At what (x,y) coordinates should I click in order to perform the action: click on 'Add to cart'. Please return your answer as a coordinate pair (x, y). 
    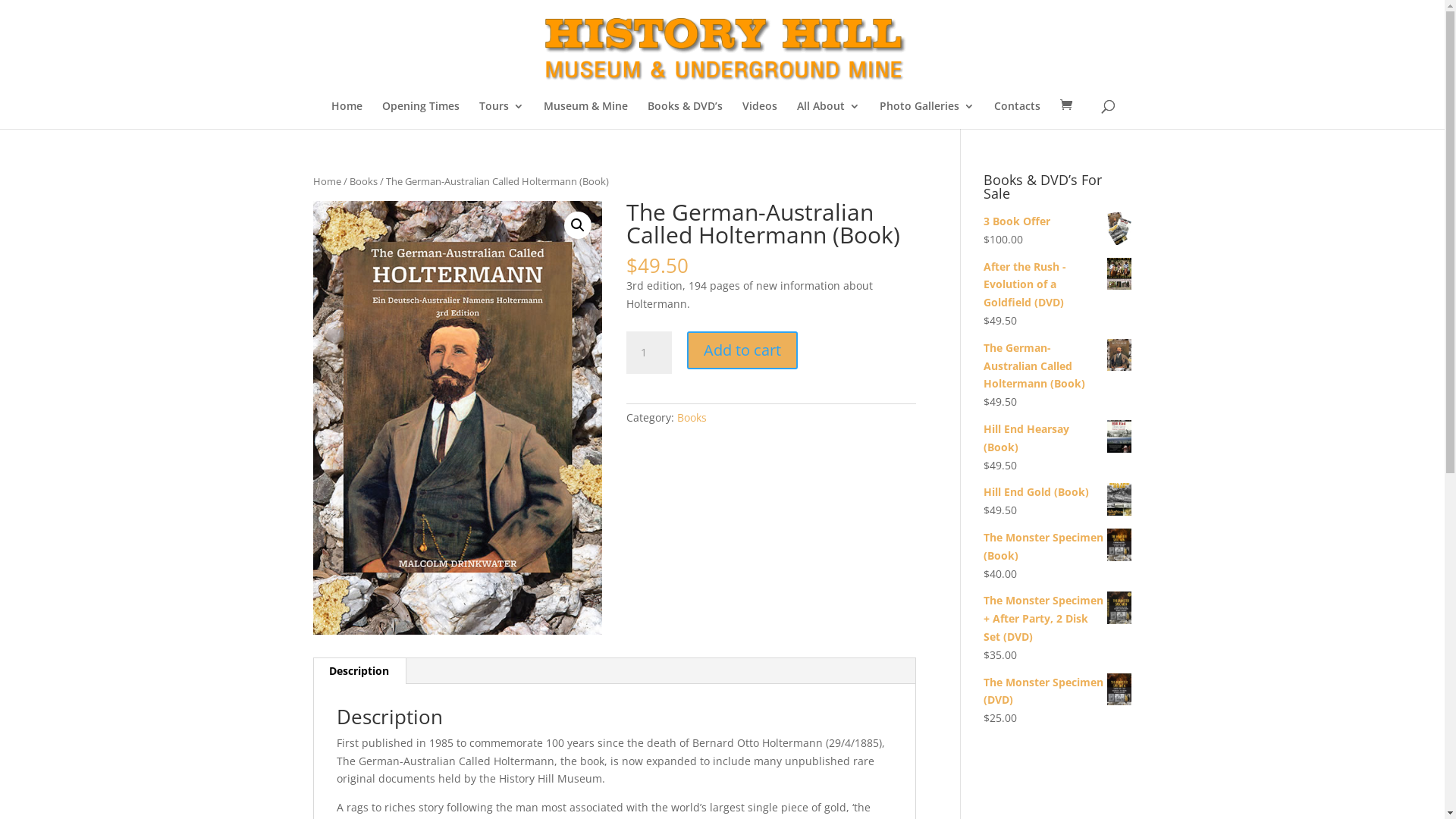
    Looking at the image, I should click on (742, 350).